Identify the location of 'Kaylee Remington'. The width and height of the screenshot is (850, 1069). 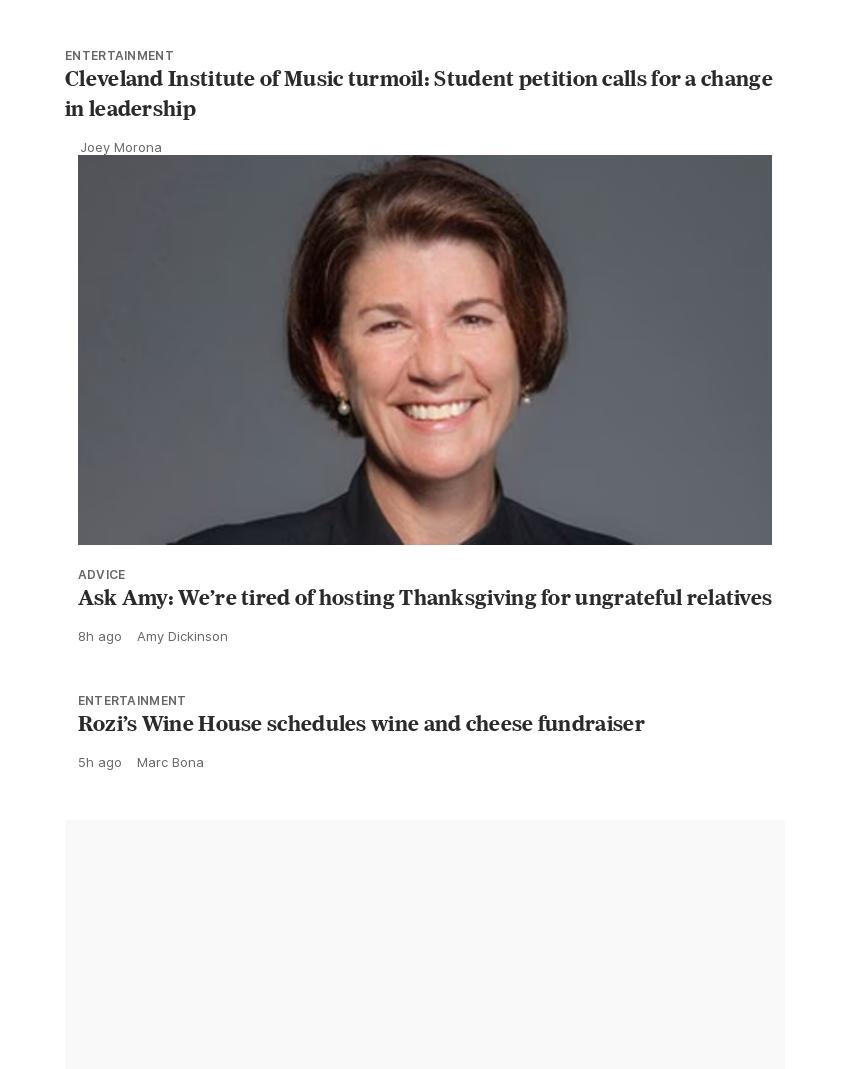
(187, 33).